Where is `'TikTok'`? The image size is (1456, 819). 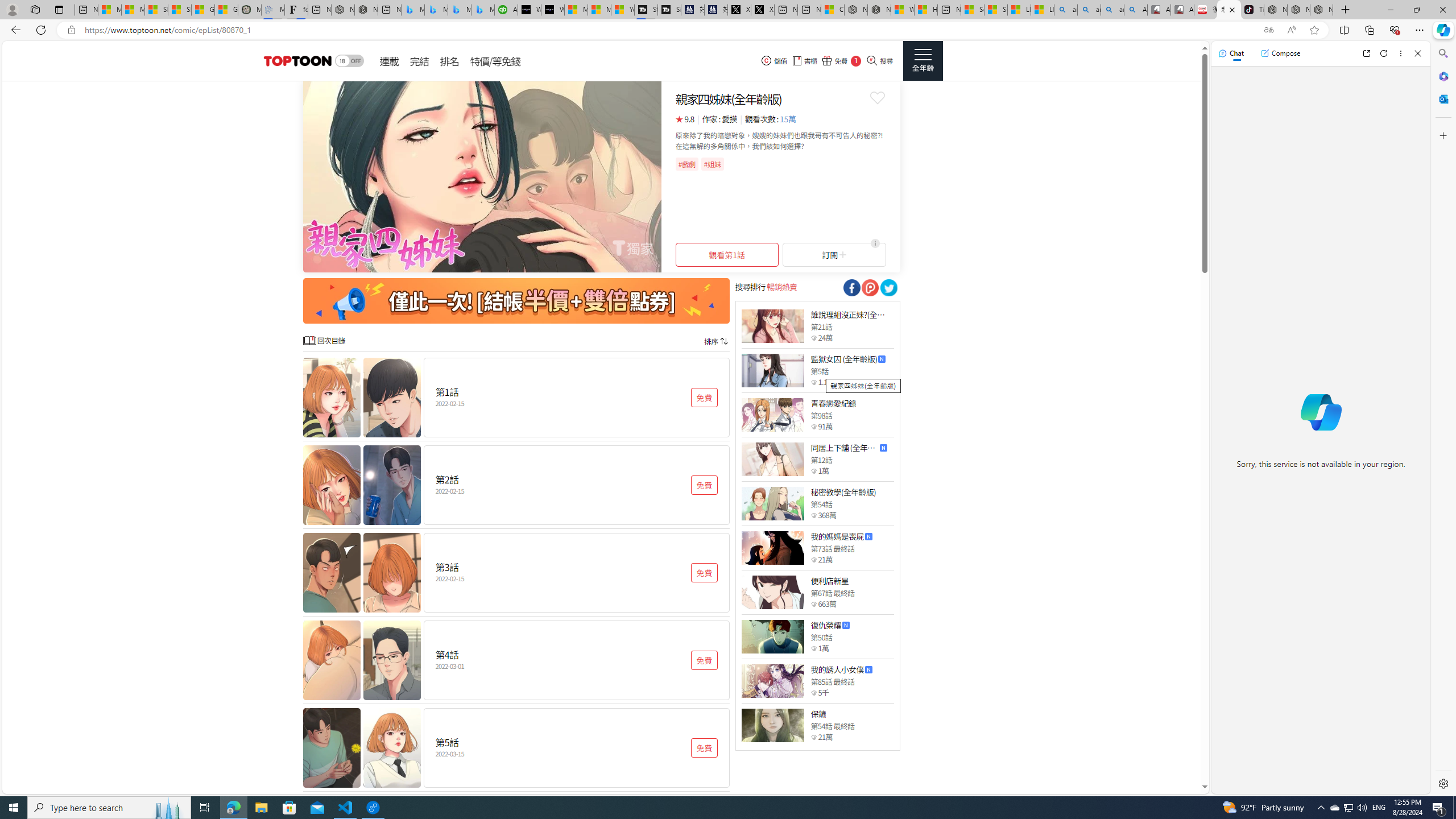
'TikTok' is located at coordinates (1252, 9).